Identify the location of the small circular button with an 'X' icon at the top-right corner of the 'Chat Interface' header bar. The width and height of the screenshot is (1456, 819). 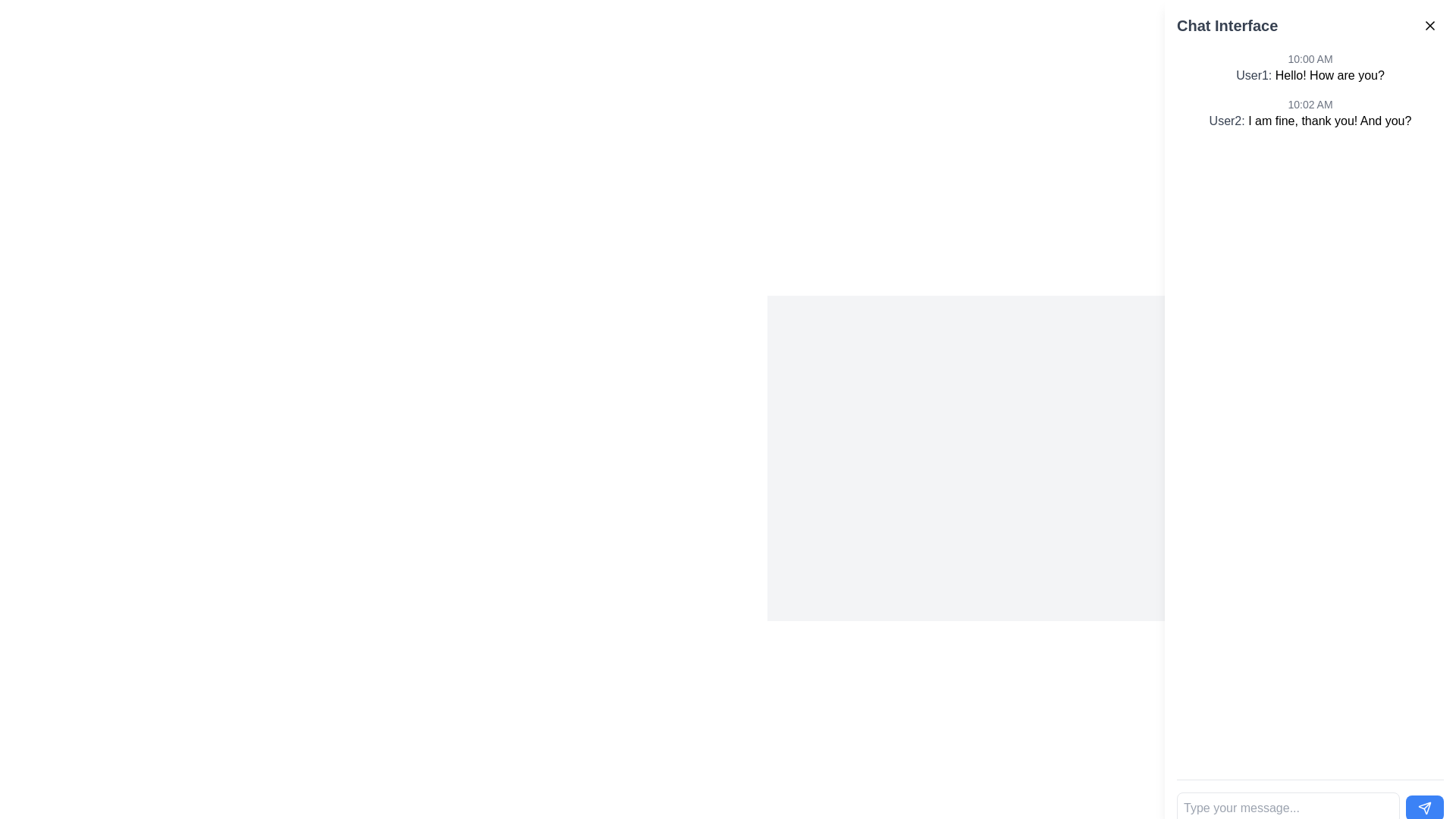
(1429, 26).